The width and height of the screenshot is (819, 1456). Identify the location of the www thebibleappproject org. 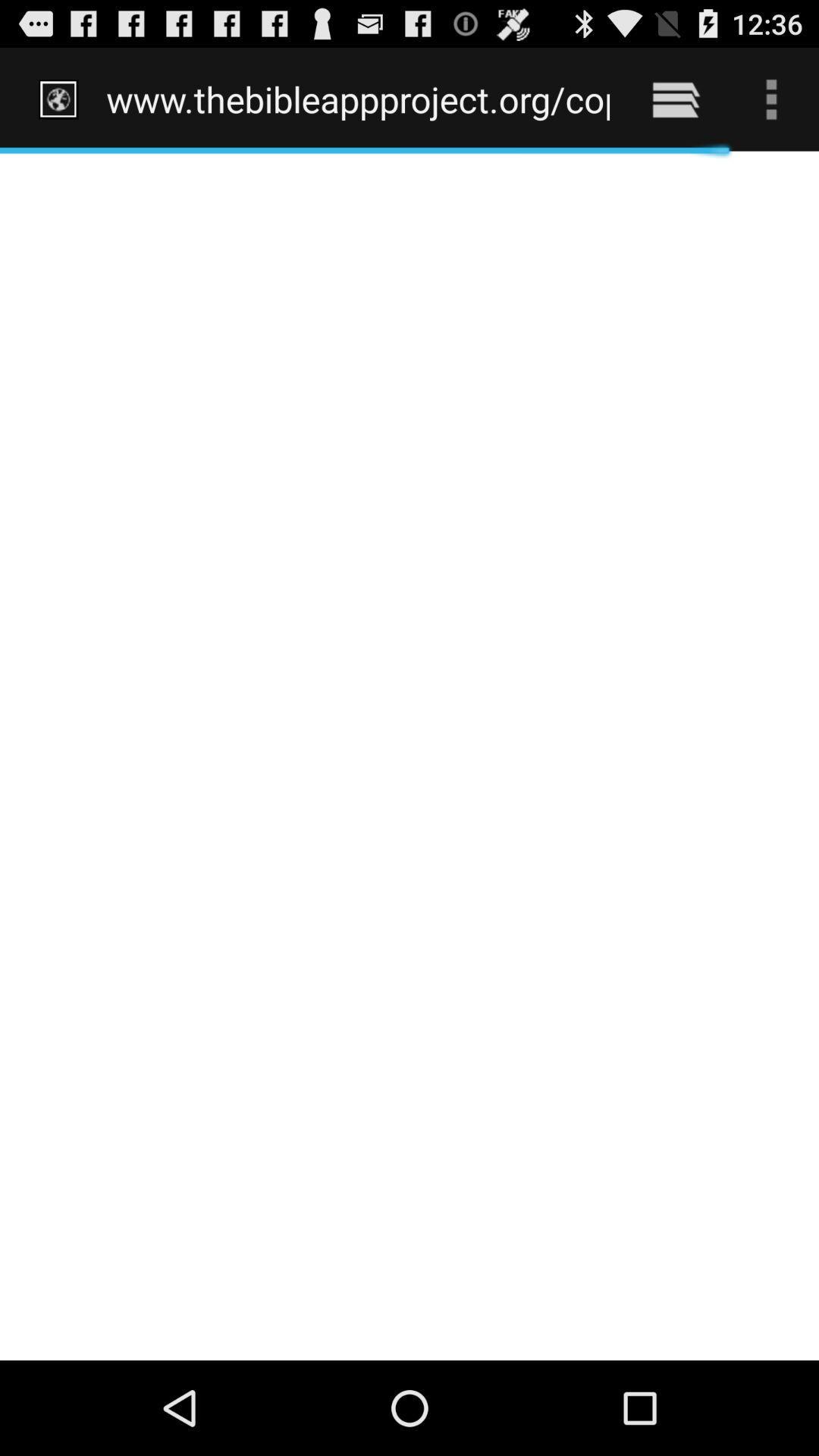
(358, 99).